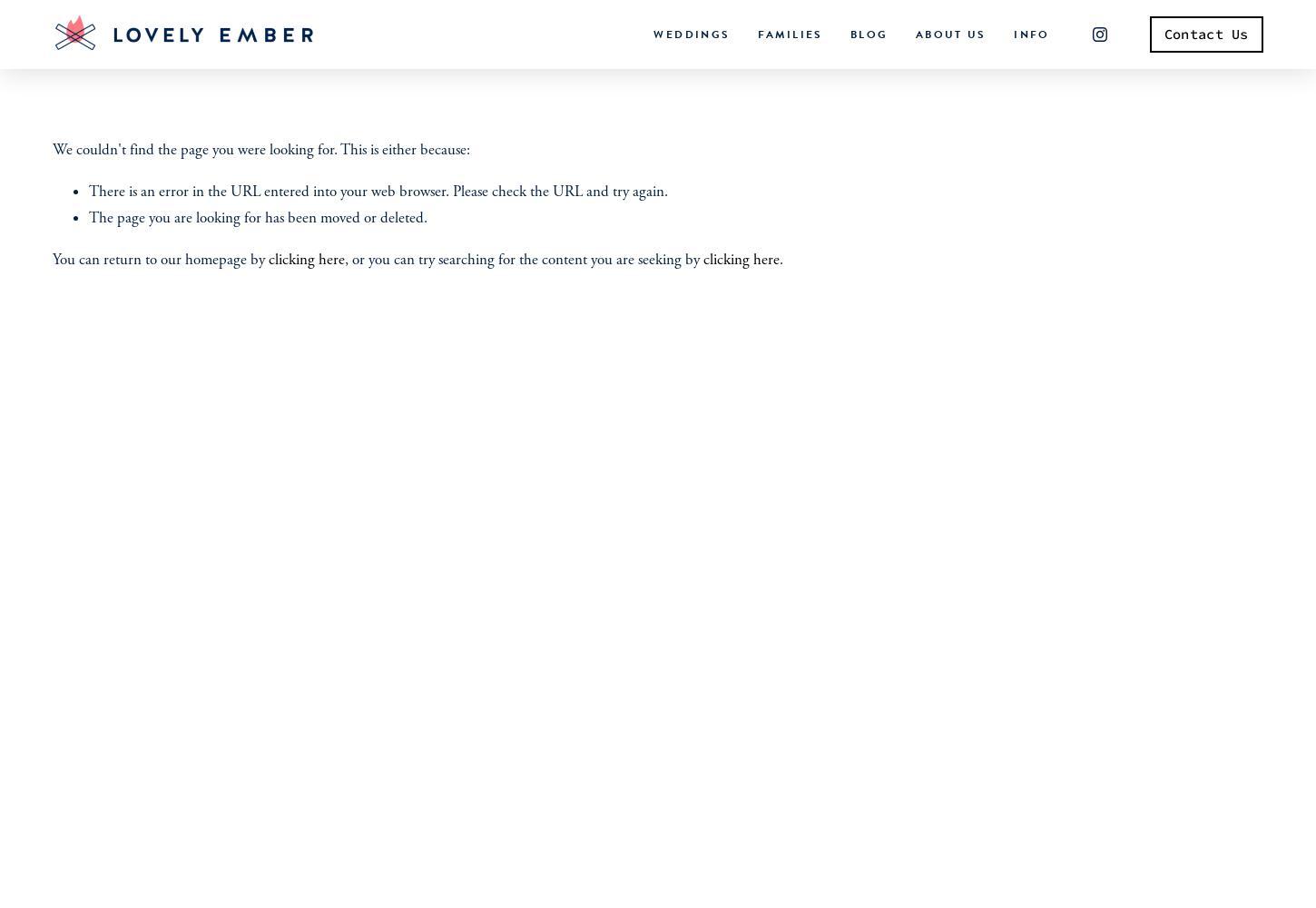 Image resolution: width=1316 pixels, height=908 pixels. I want to click on 'FAQ', so click(1018, 117).